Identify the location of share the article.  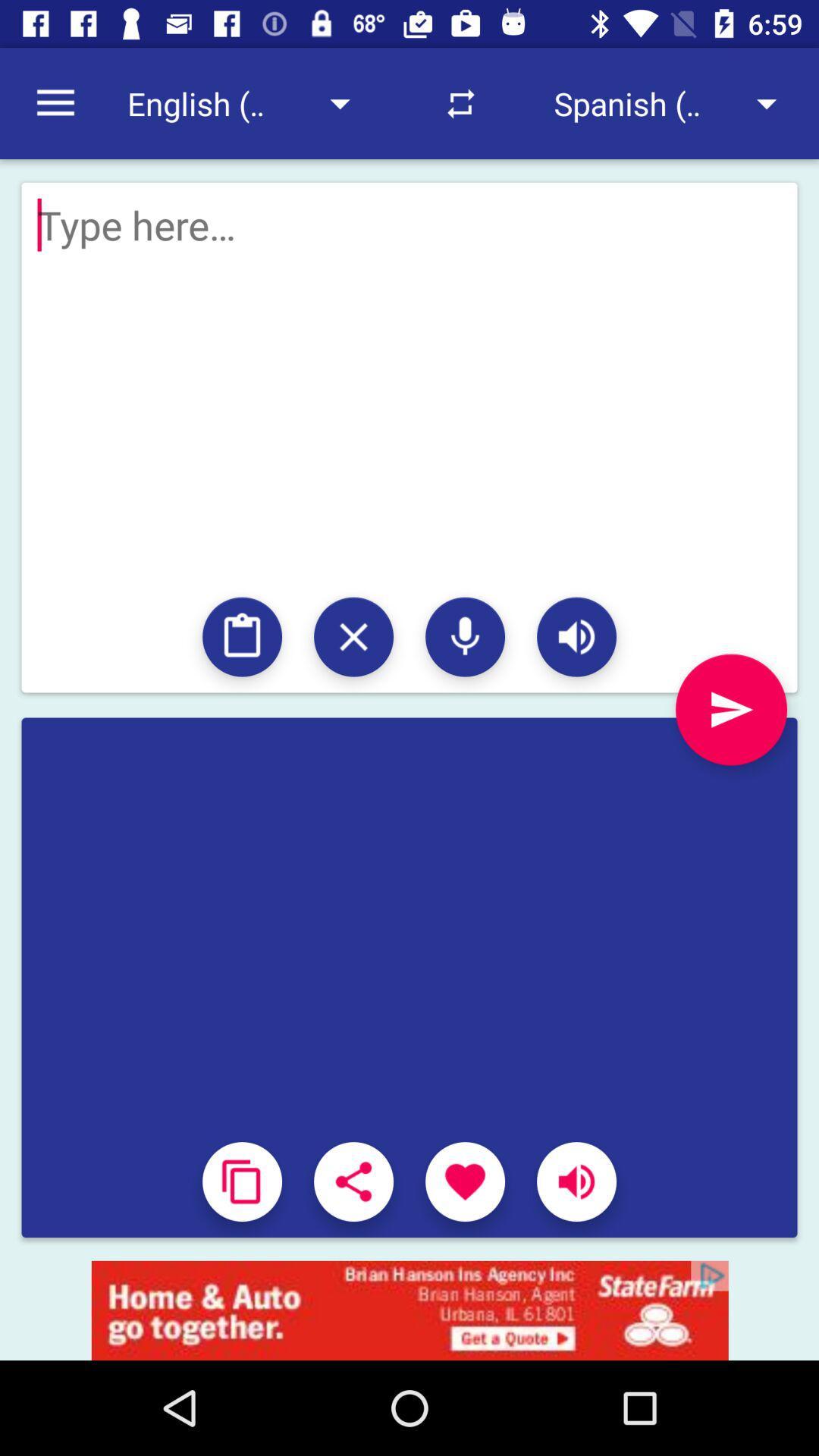
(353, 1181).